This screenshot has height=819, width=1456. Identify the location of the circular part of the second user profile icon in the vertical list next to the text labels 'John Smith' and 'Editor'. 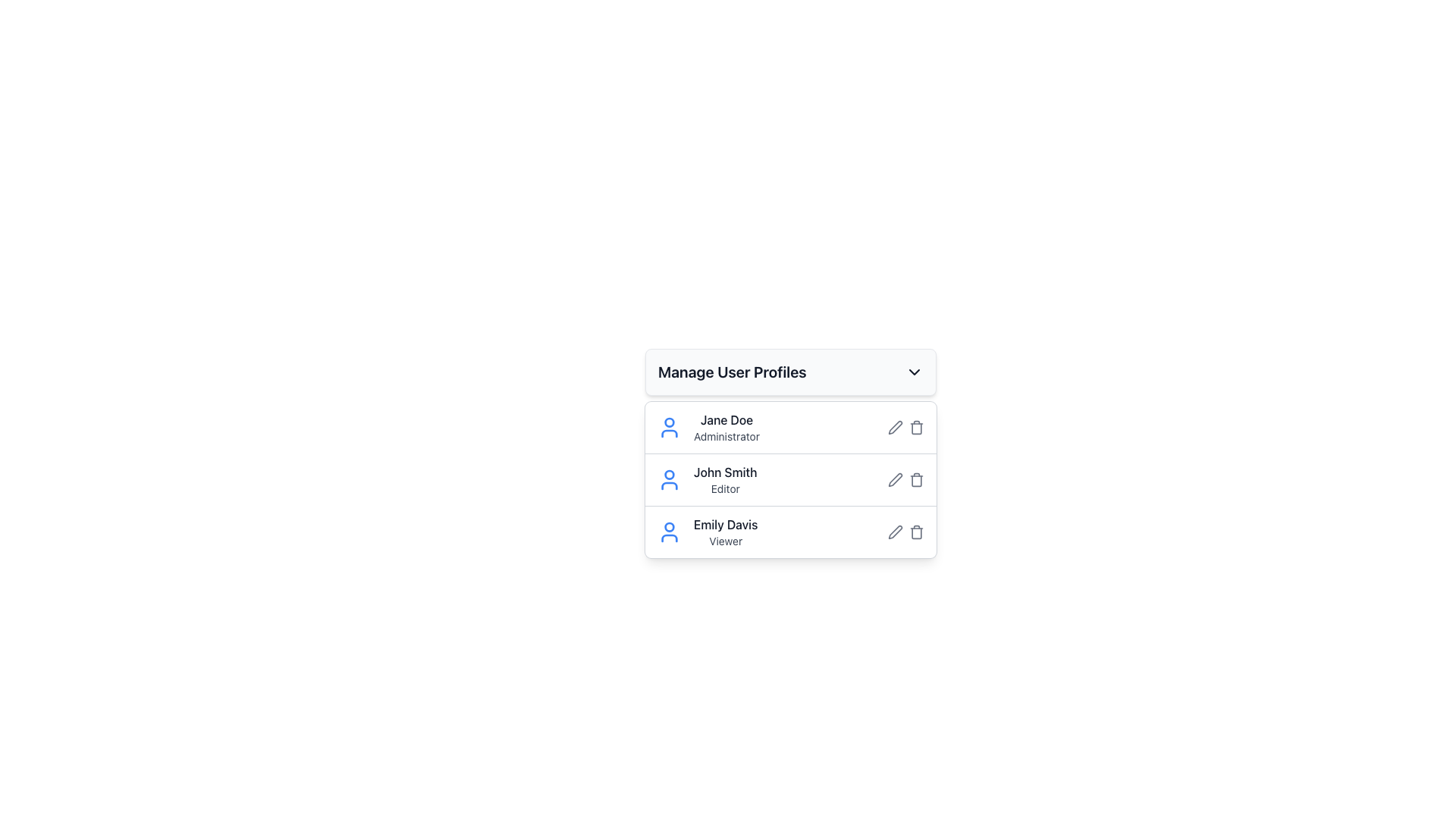
(669, 473).